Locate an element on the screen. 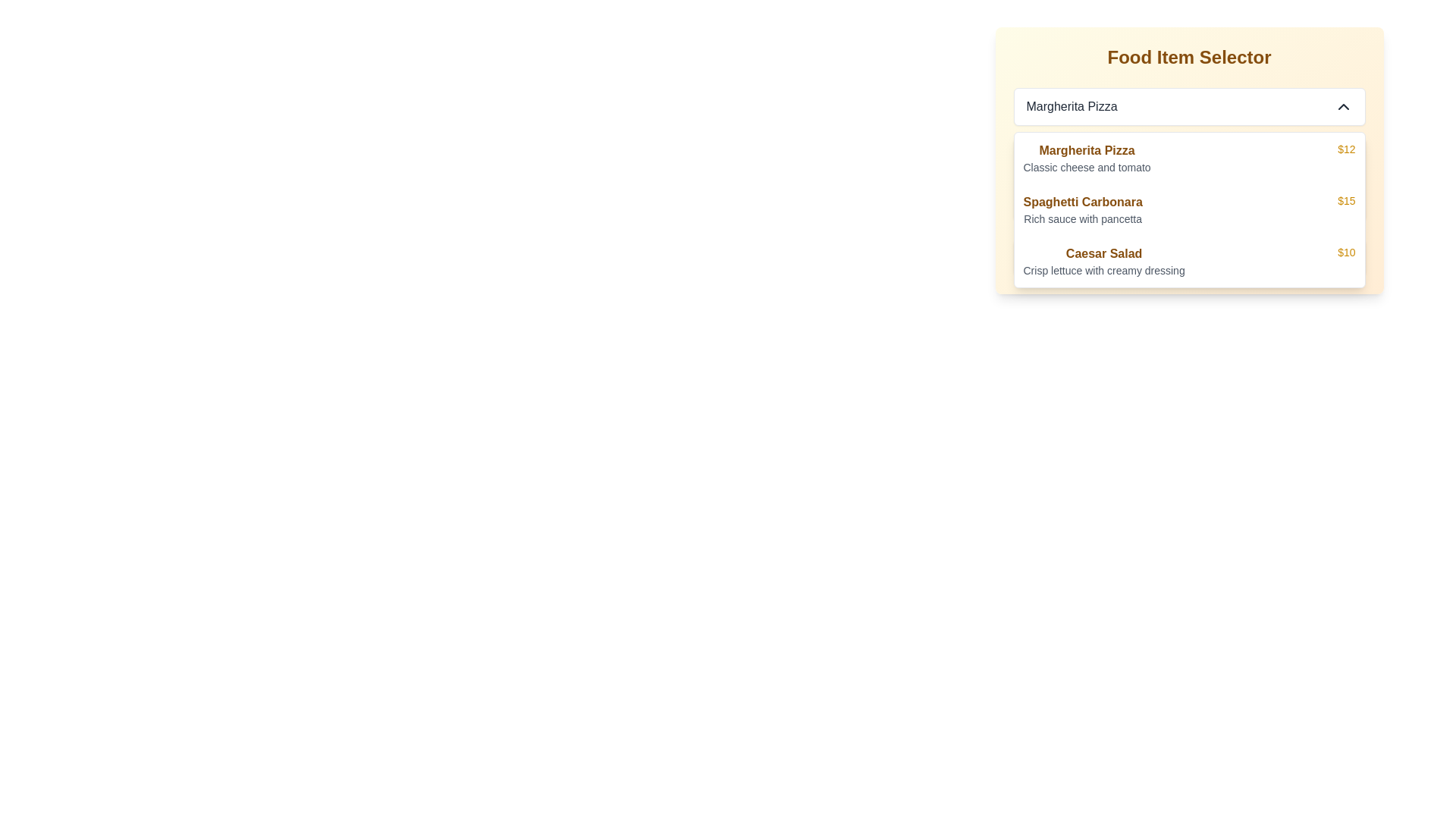  the 'Margherita Pizza' menu item is located at coordinates (1188, 158).